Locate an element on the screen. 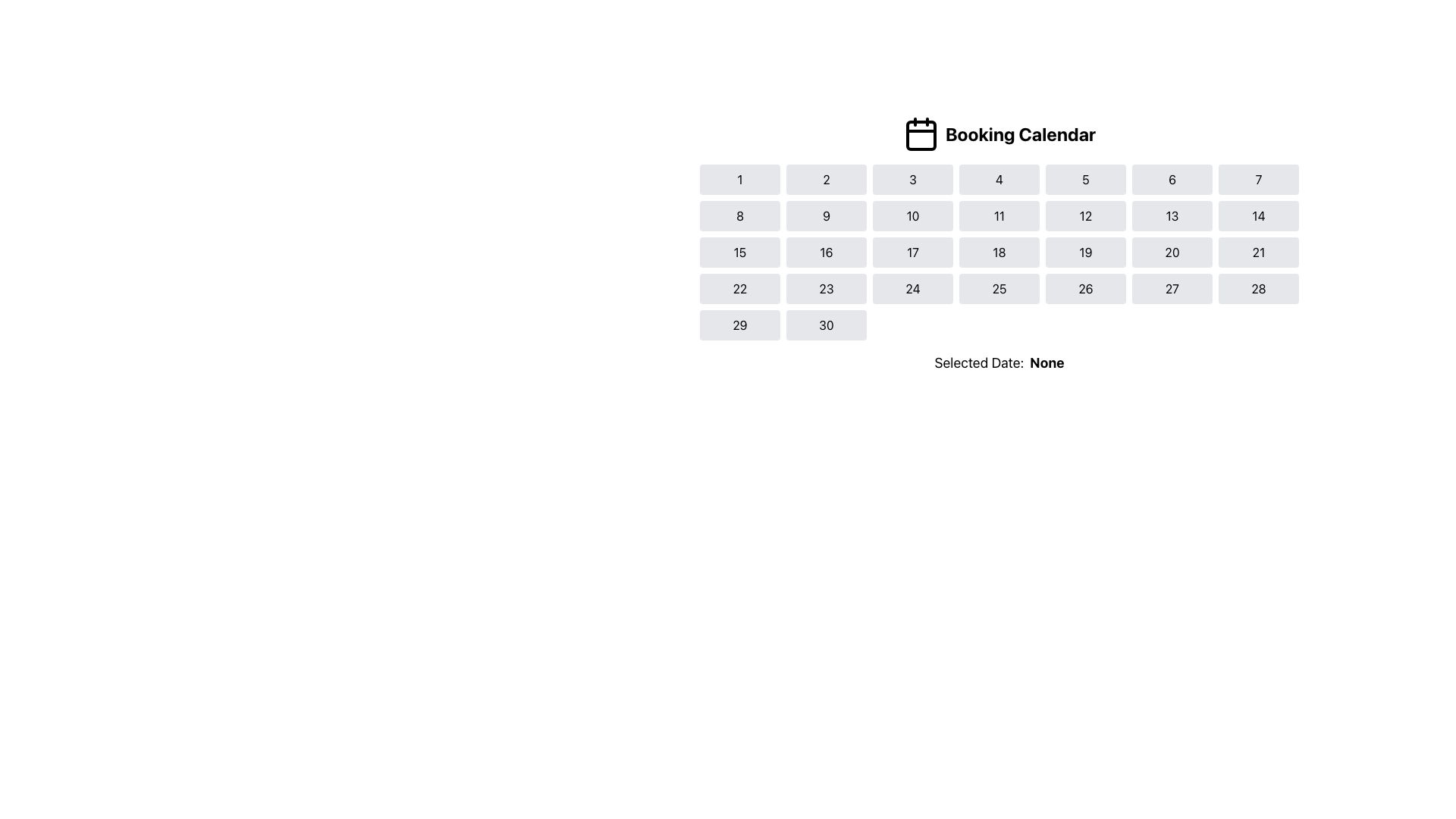 Image resolution: width=1456 pixels, height=819 pixels. the rectangular button with rounded corners labeled '21' in black text, located in the third row and last column of the grid is located at coordinates (1259, 251).